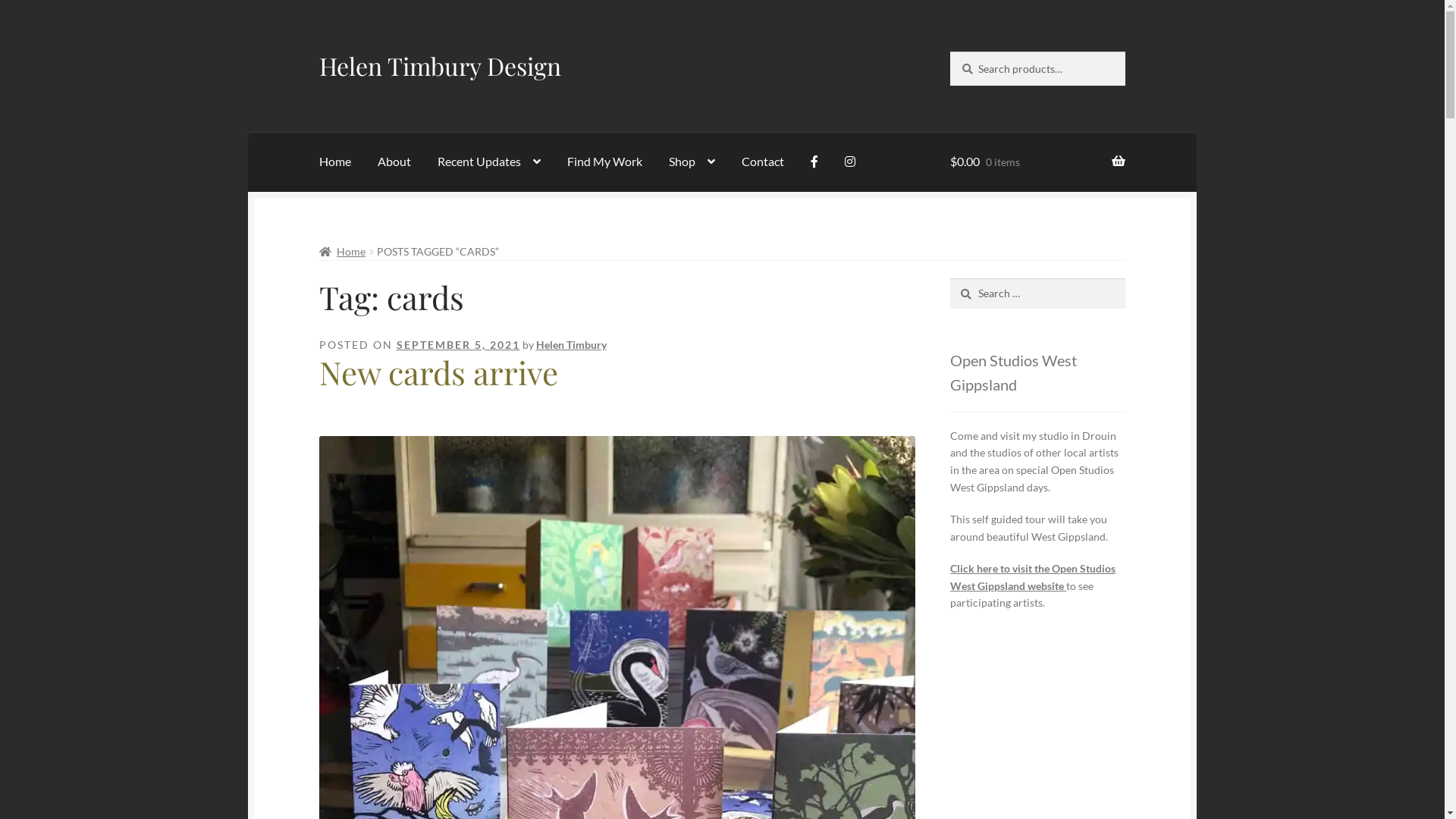  I want to click on 'Recent Updates', so click(488, 162).